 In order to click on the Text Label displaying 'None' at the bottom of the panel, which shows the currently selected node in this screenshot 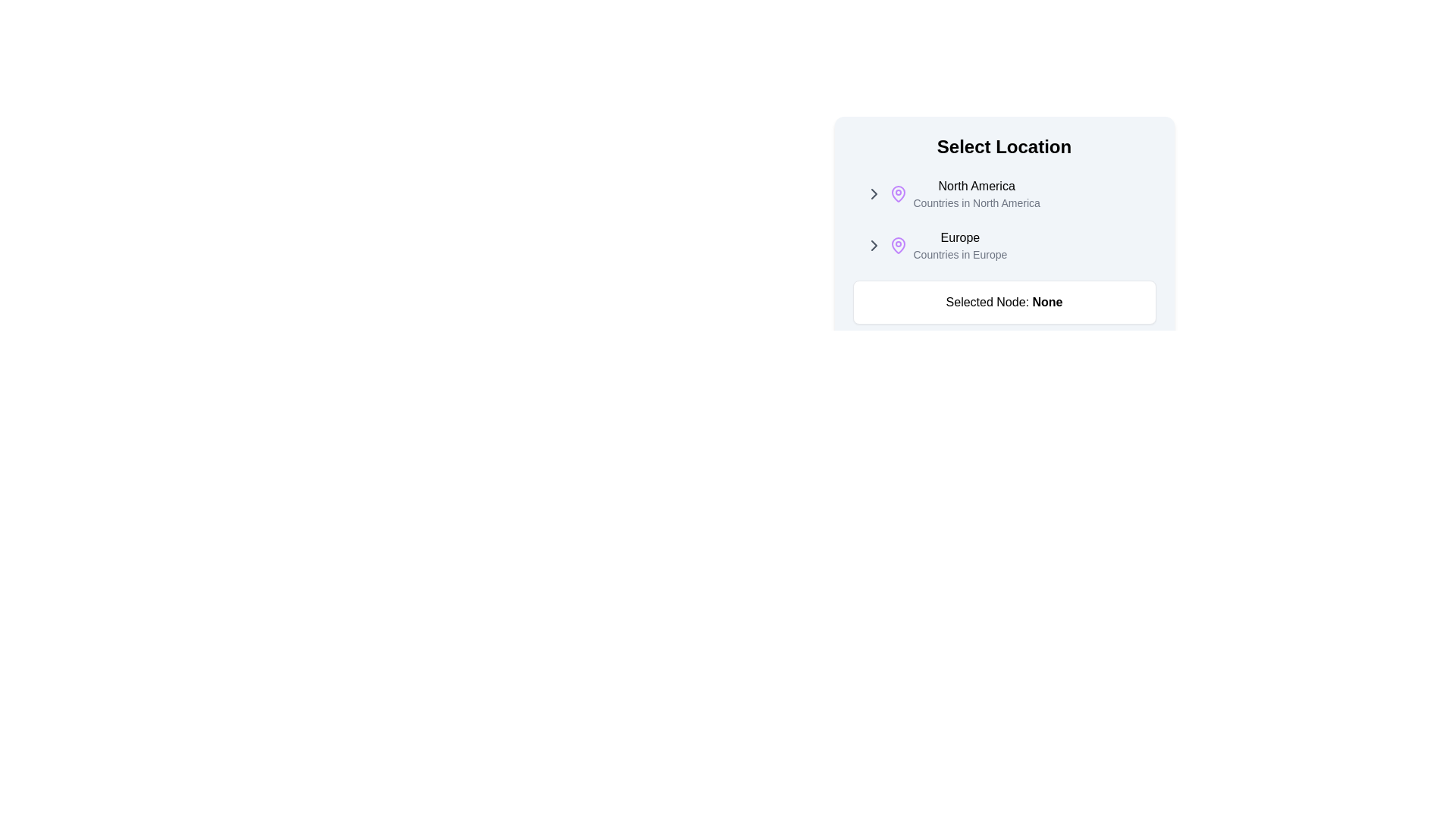, I will do `click(1004, 302)`.